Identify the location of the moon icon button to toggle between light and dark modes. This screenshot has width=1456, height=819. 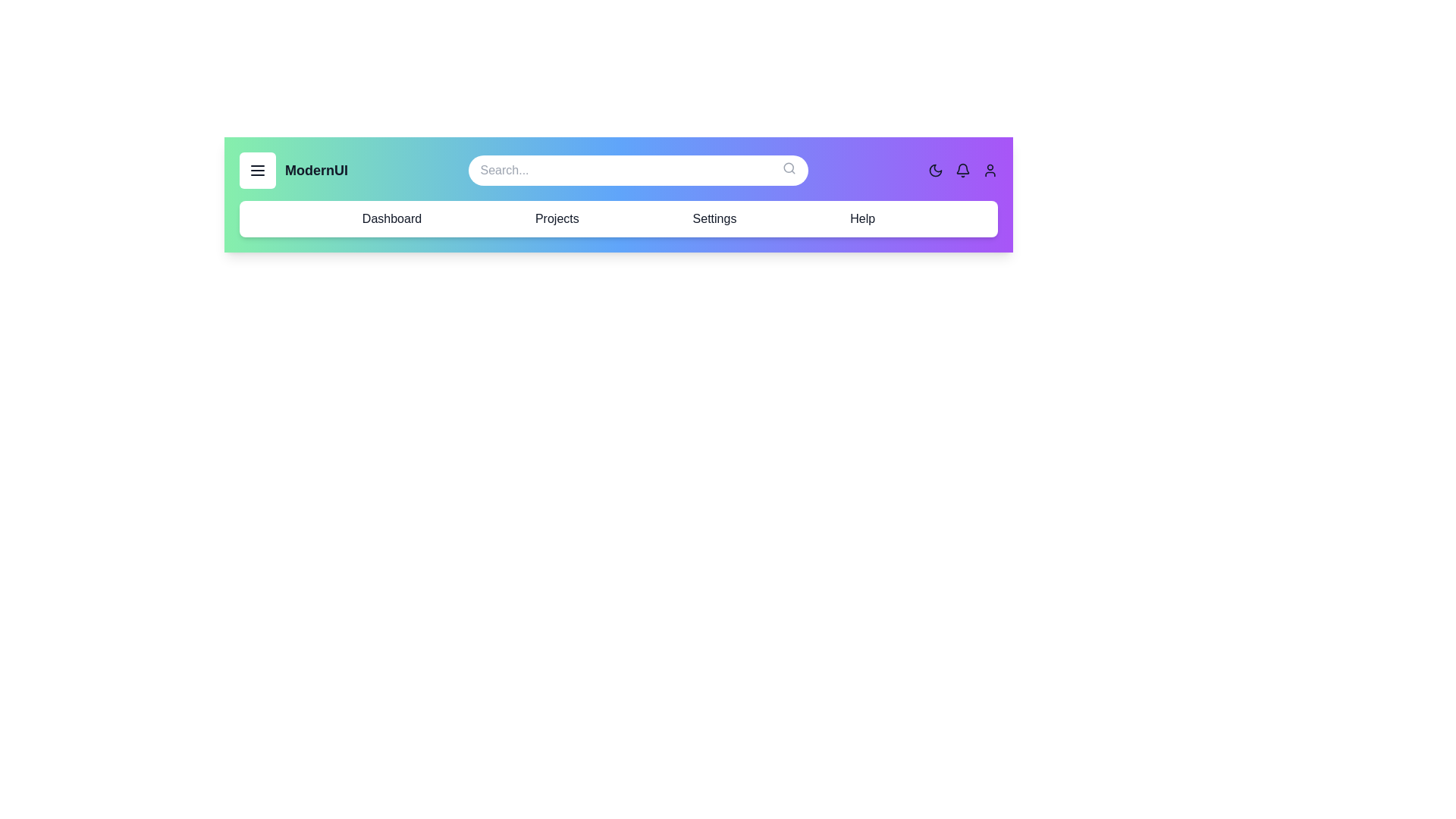
(934, 170).